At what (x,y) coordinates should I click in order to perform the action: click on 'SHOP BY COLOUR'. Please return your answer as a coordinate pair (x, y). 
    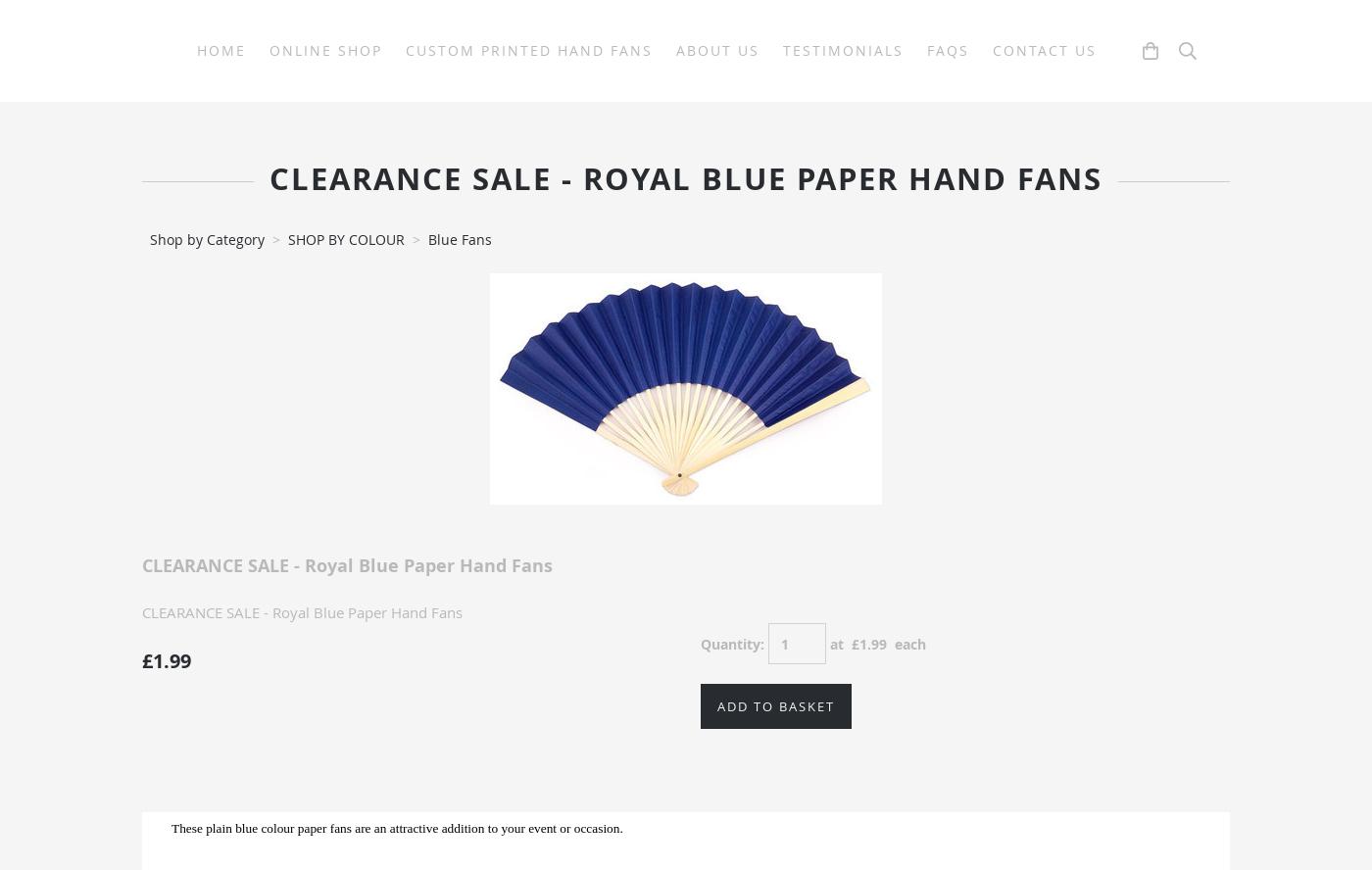
    Looking at the image, I should click on (346, 239).